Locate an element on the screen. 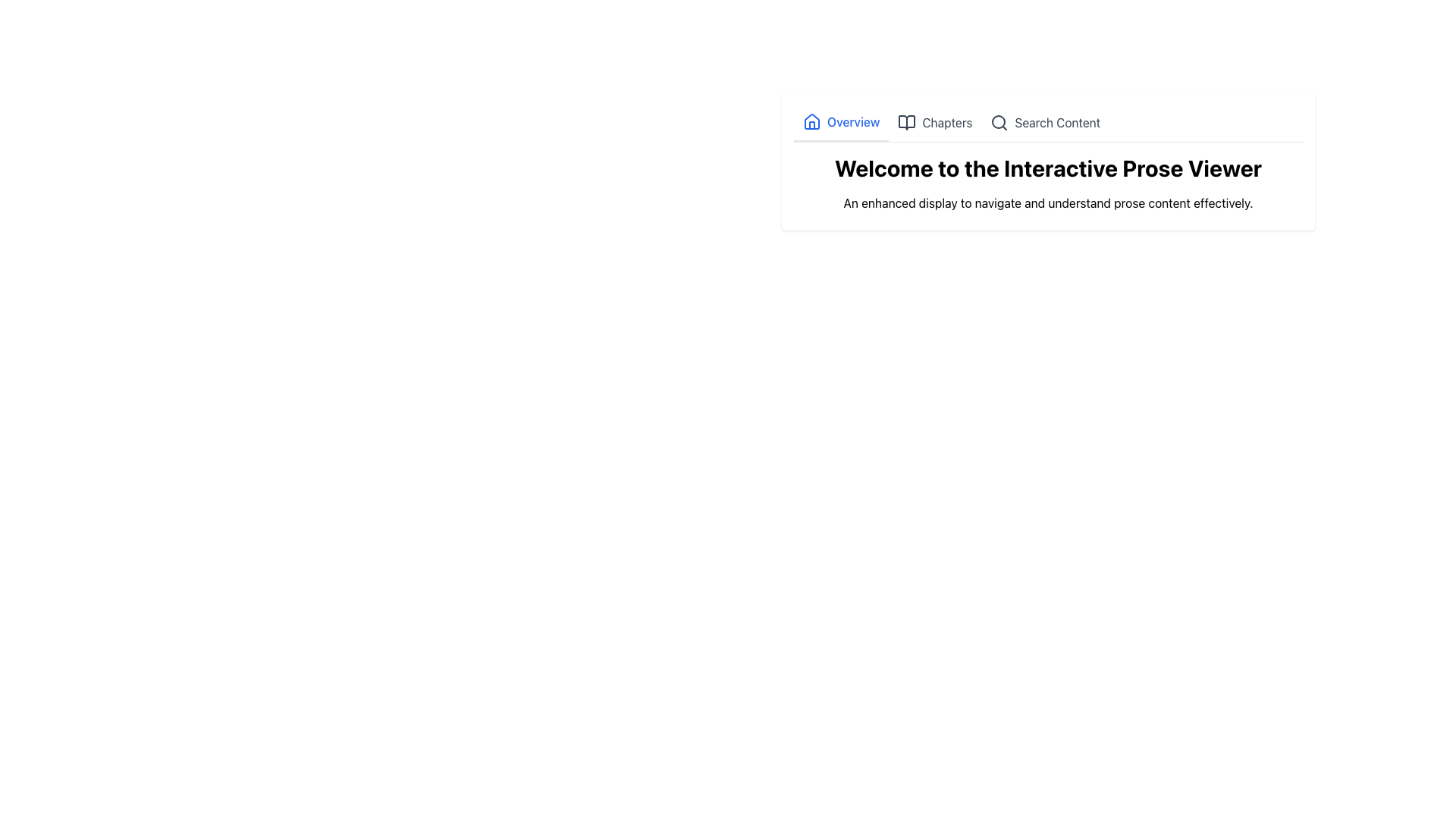 The width and height of the screenshot is (1456, 819). the 'Search Content' text label, which is displayed in medium-sized font and neutral gray color, located in the top right section of the navigation bar, following a magnifying glass icon is located at coordinates (1056, 122).